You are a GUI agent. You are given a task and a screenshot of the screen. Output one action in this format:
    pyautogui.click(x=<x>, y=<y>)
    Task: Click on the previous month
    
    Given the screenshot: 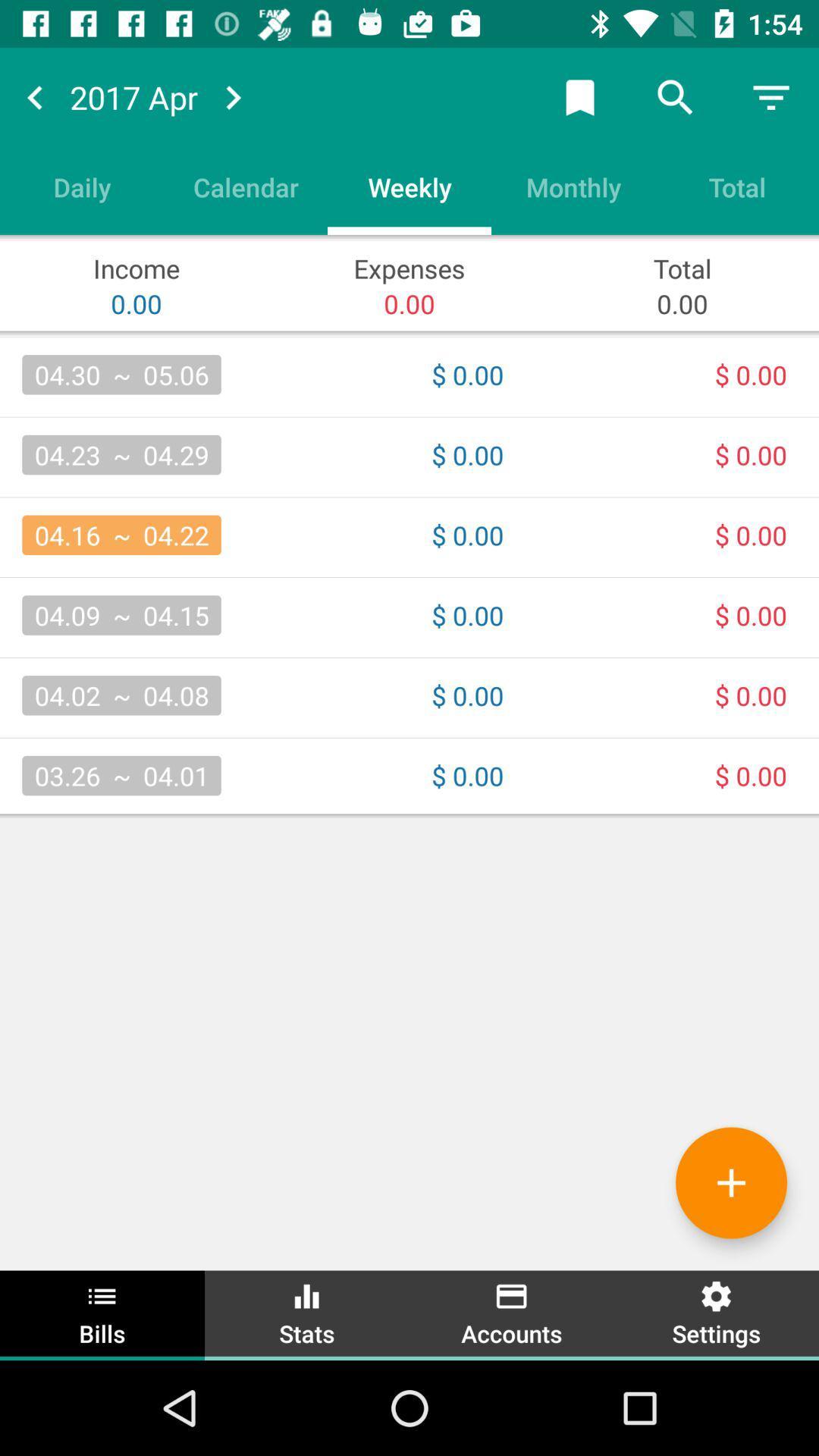 What is the action you would take?
    pyautogui.click(x=34, y=96)
    